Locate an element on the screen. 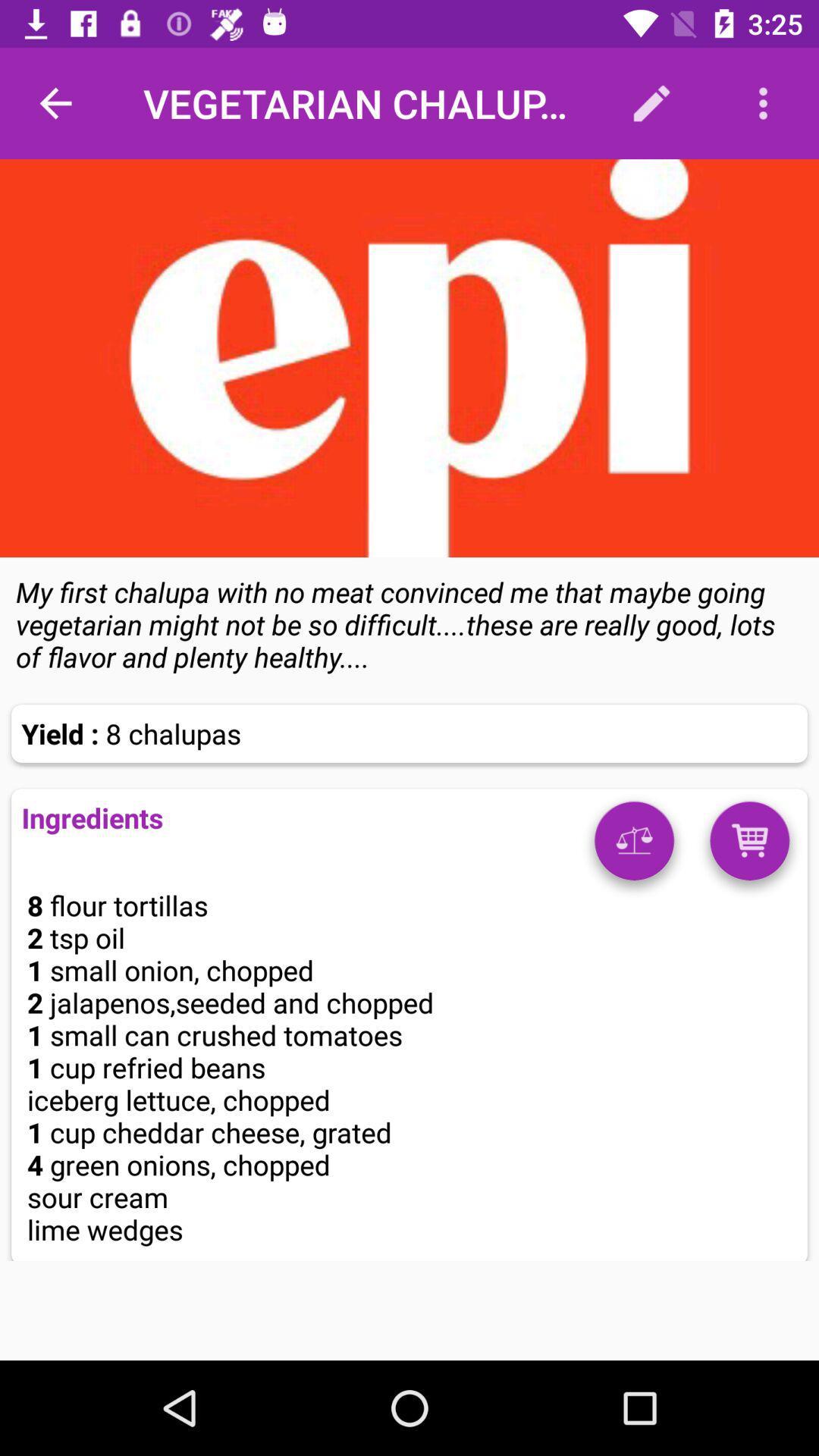  the item above my first chalupa item is located at coordinates (409, 357).